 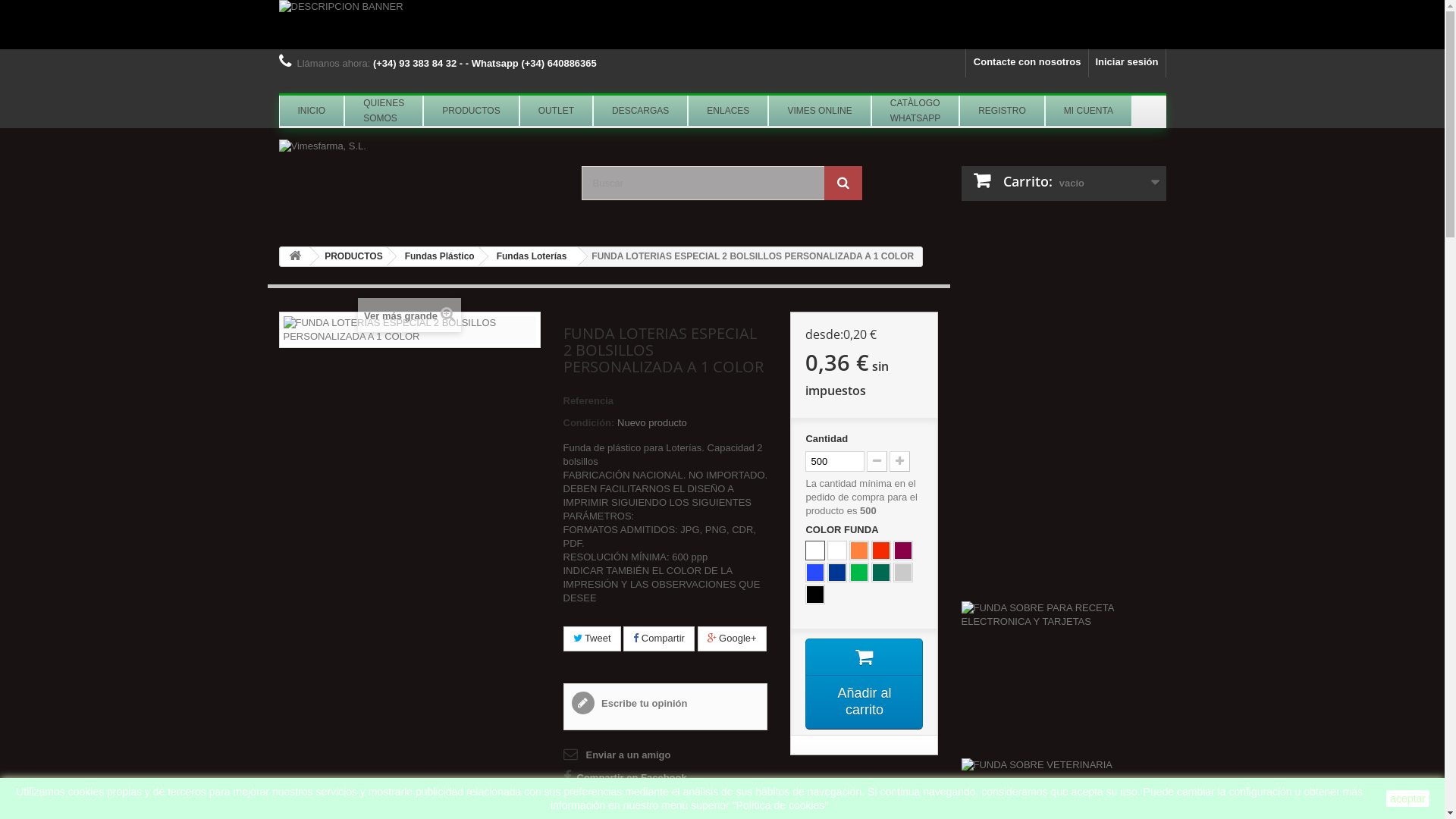 What do you see at coordinates (728, 110) in the screenshot?
I see `'ENLACES'` at bounding box center [728, 110].